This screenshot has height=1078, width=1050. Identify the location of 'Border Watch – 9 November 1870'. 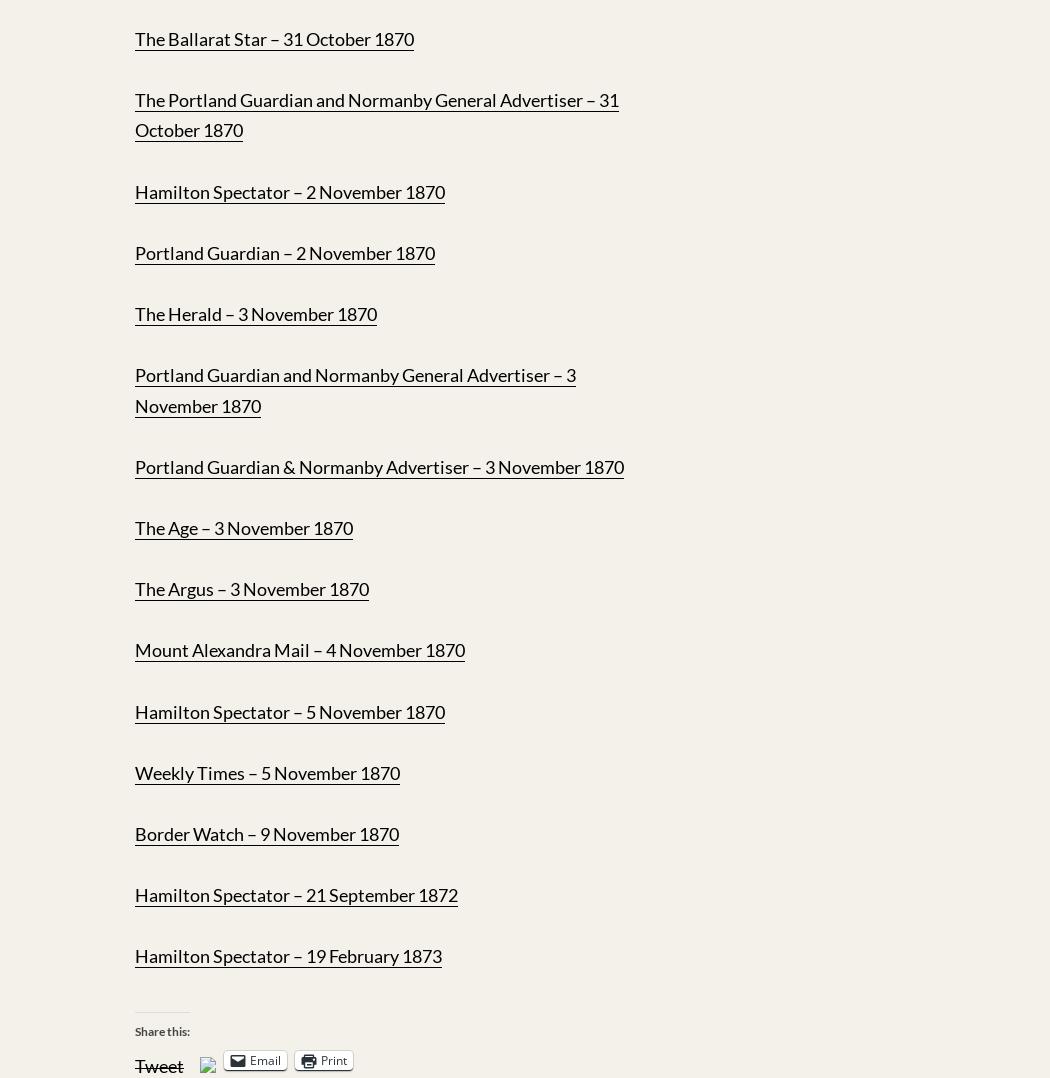
(266, 834).